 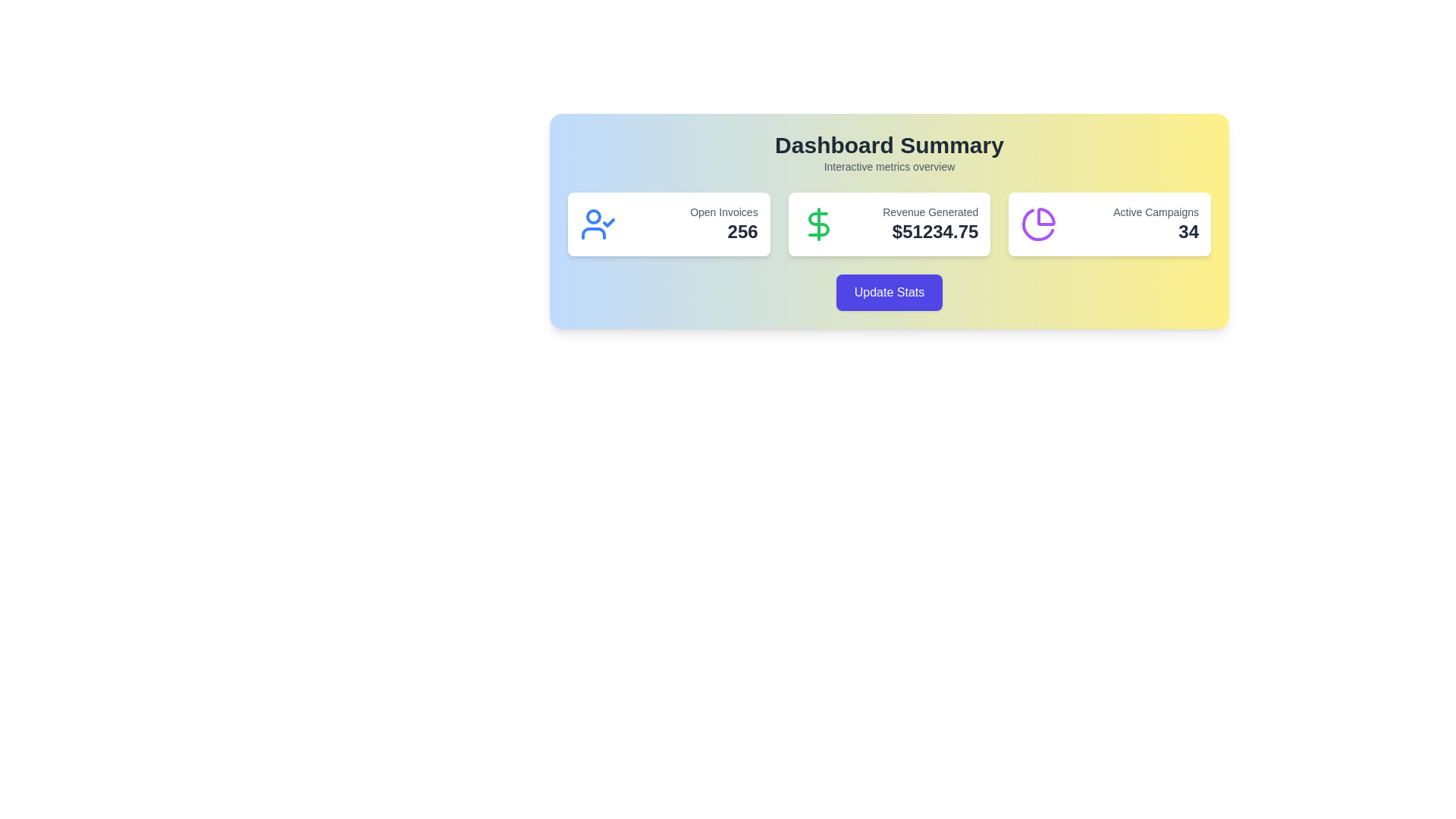 What do you see at coordinates (1037, 224) in the screenshot?
I see `the pie chart icon located in the 'Active Campaigns' card, which is the third card from the left, indicating a portion of a whole with a distinct colored section` at bounding box center [1037, 224].